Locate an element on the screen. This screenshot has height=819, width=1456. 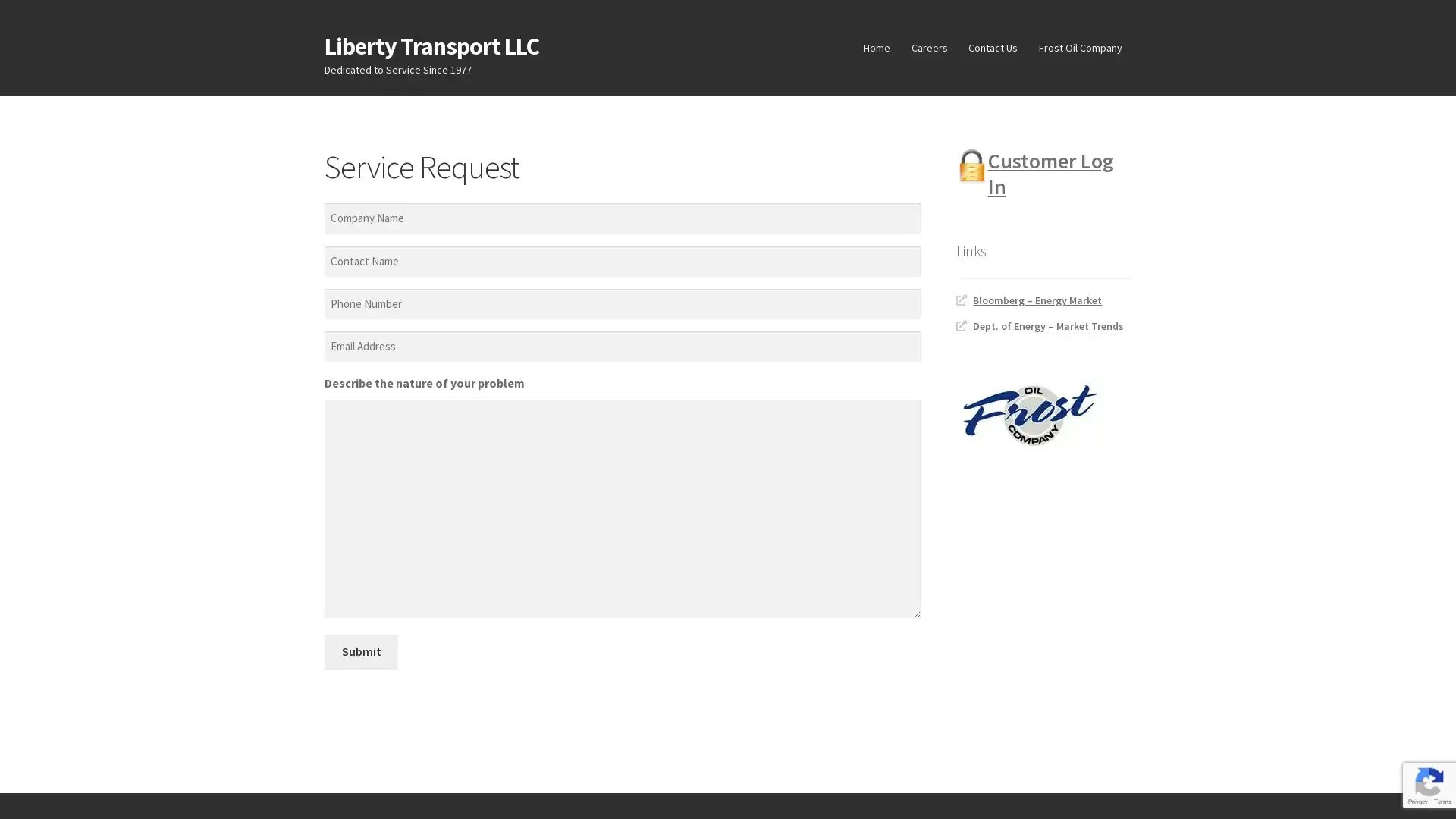
Submit is located at coordinates (360, 651).